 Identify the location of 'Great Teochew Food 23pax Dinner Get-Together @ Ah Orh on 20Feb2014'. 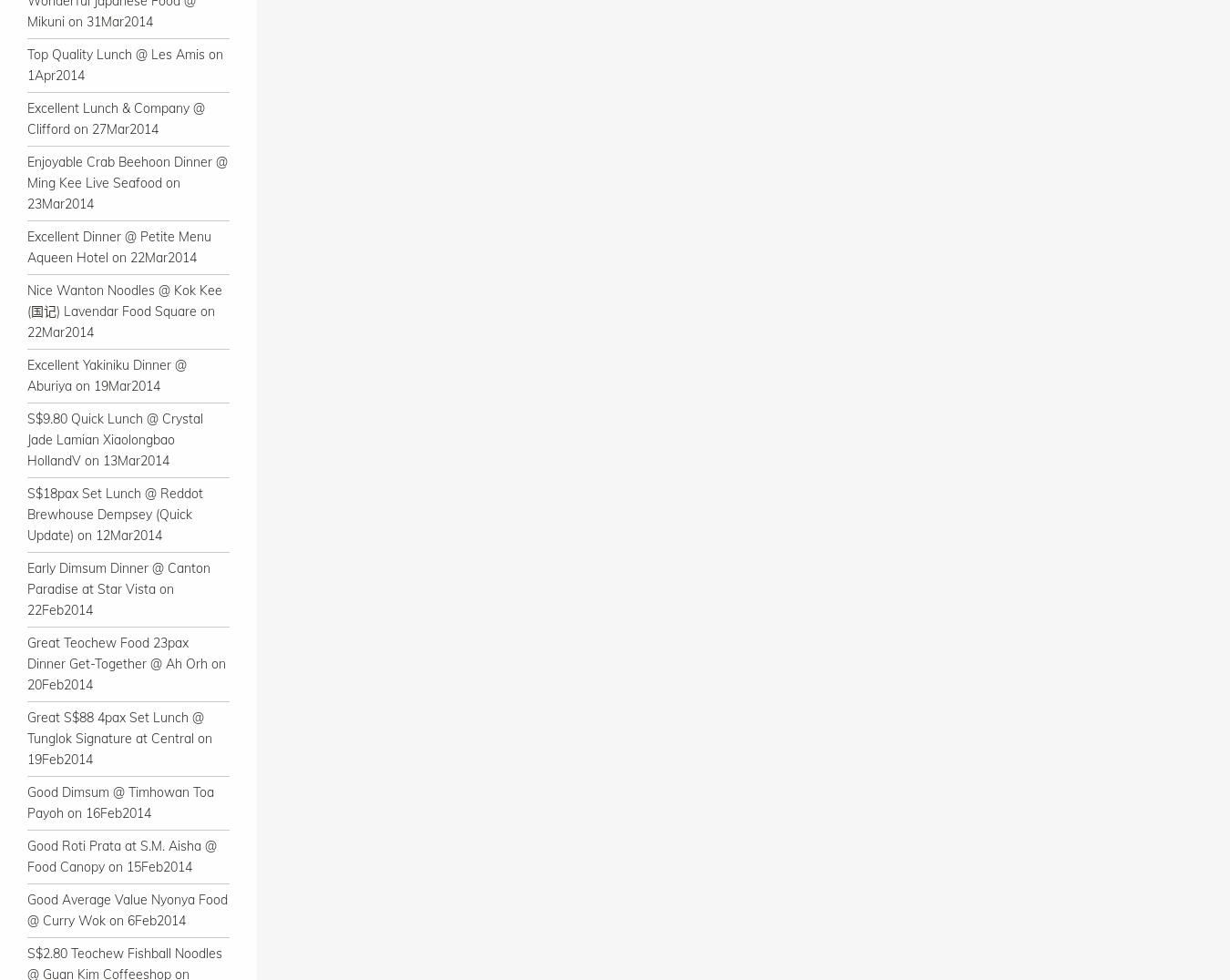
(26, 662).